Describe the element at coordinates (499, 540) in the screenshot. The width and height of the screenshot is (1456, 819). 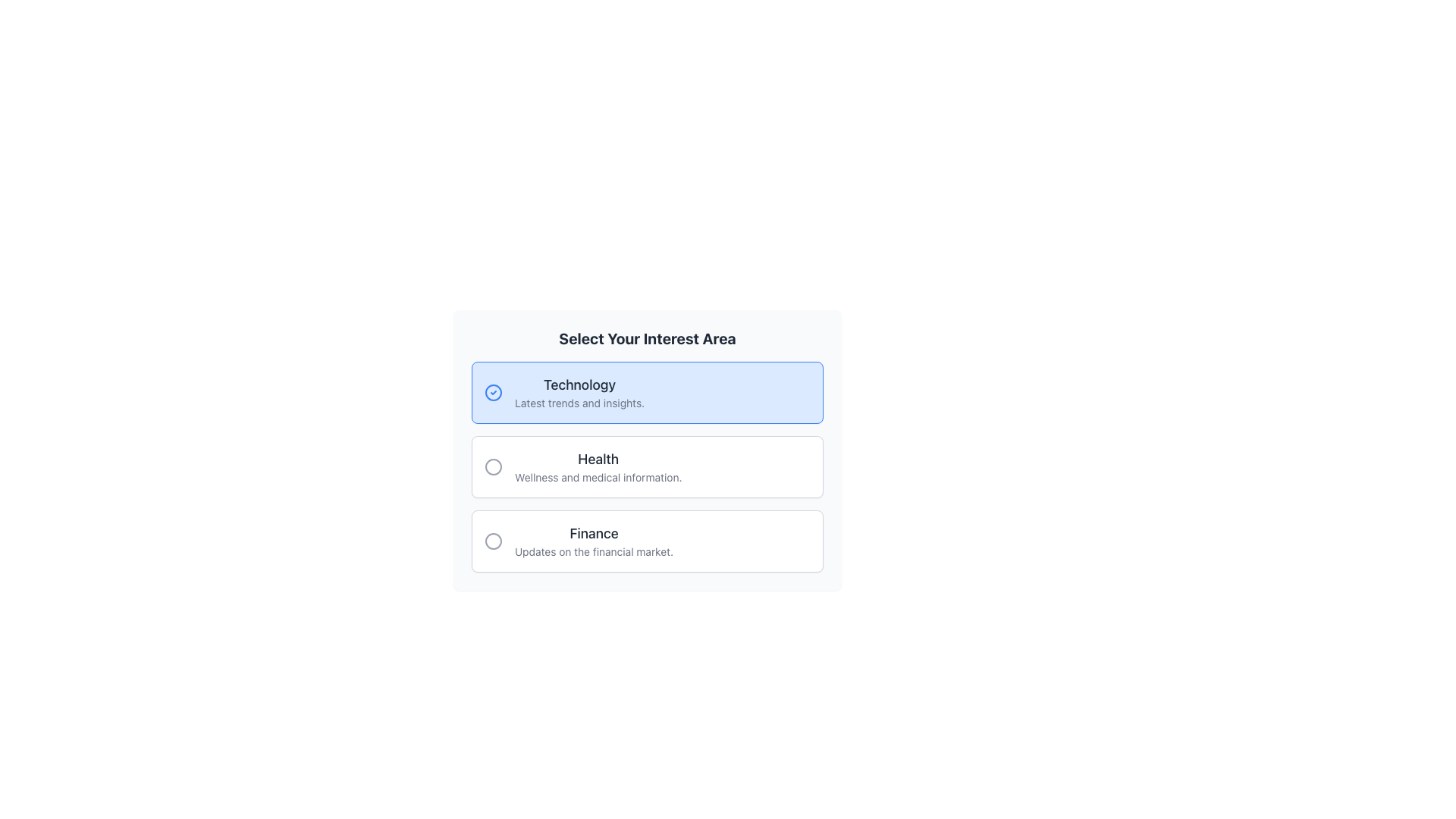
I see `the radio button located in the 'Finance' section, positioned at the leftmost part of the row before the text content` at that location.